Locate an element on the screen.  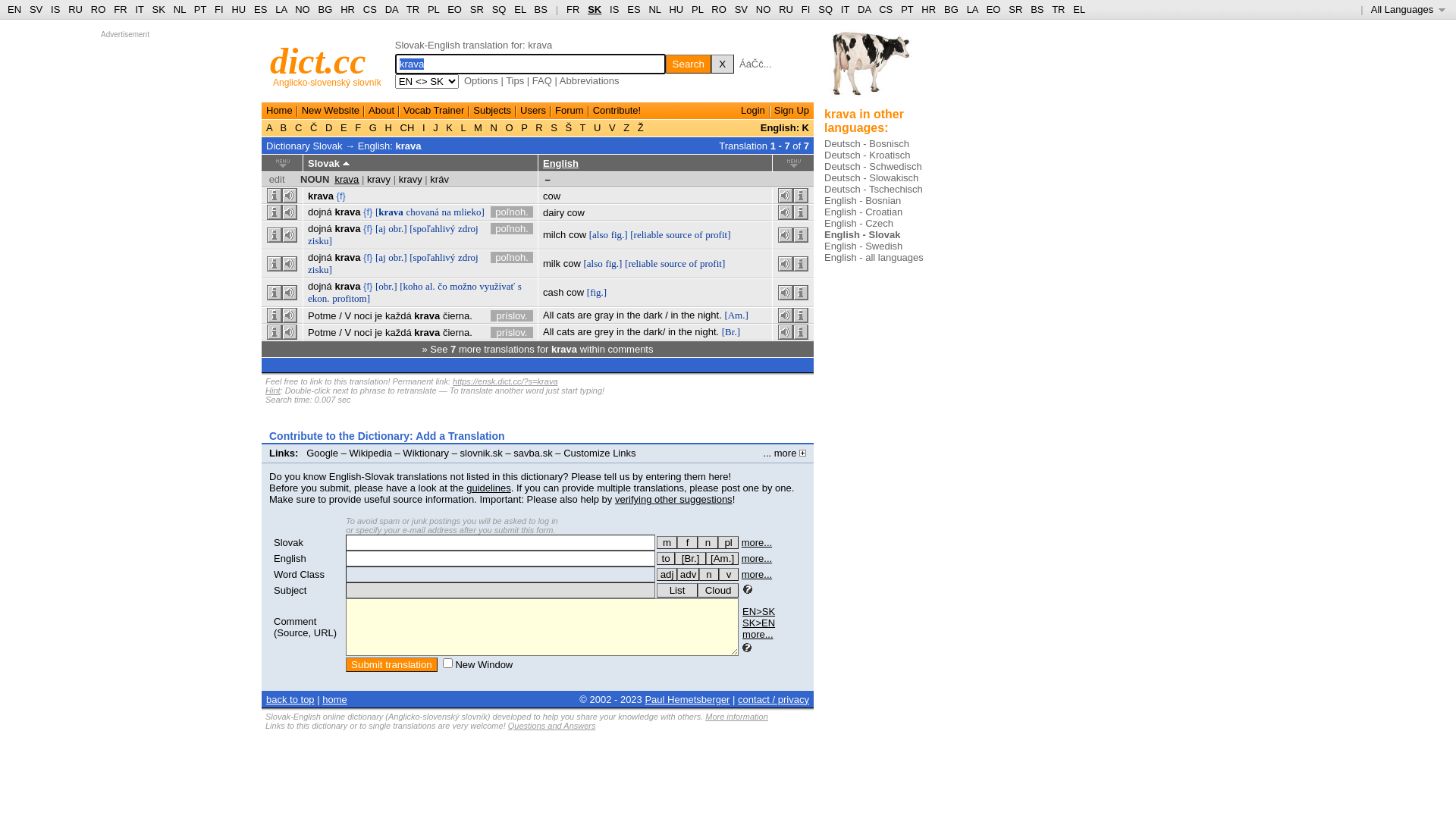
'are' is located at coordinates (584, 314).